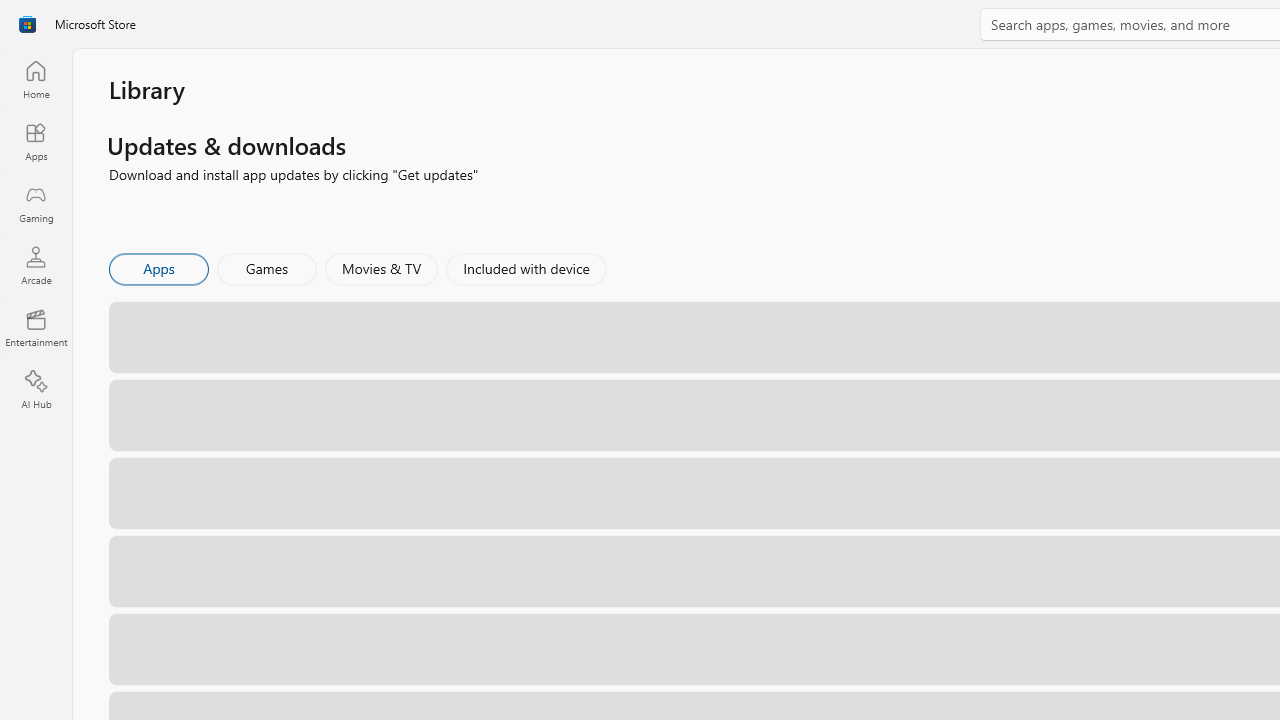 This screenshot has width=1280, height=720. Describe the element at coordinates (266, 267) in the screenshot. I see `'Games'` at that location.